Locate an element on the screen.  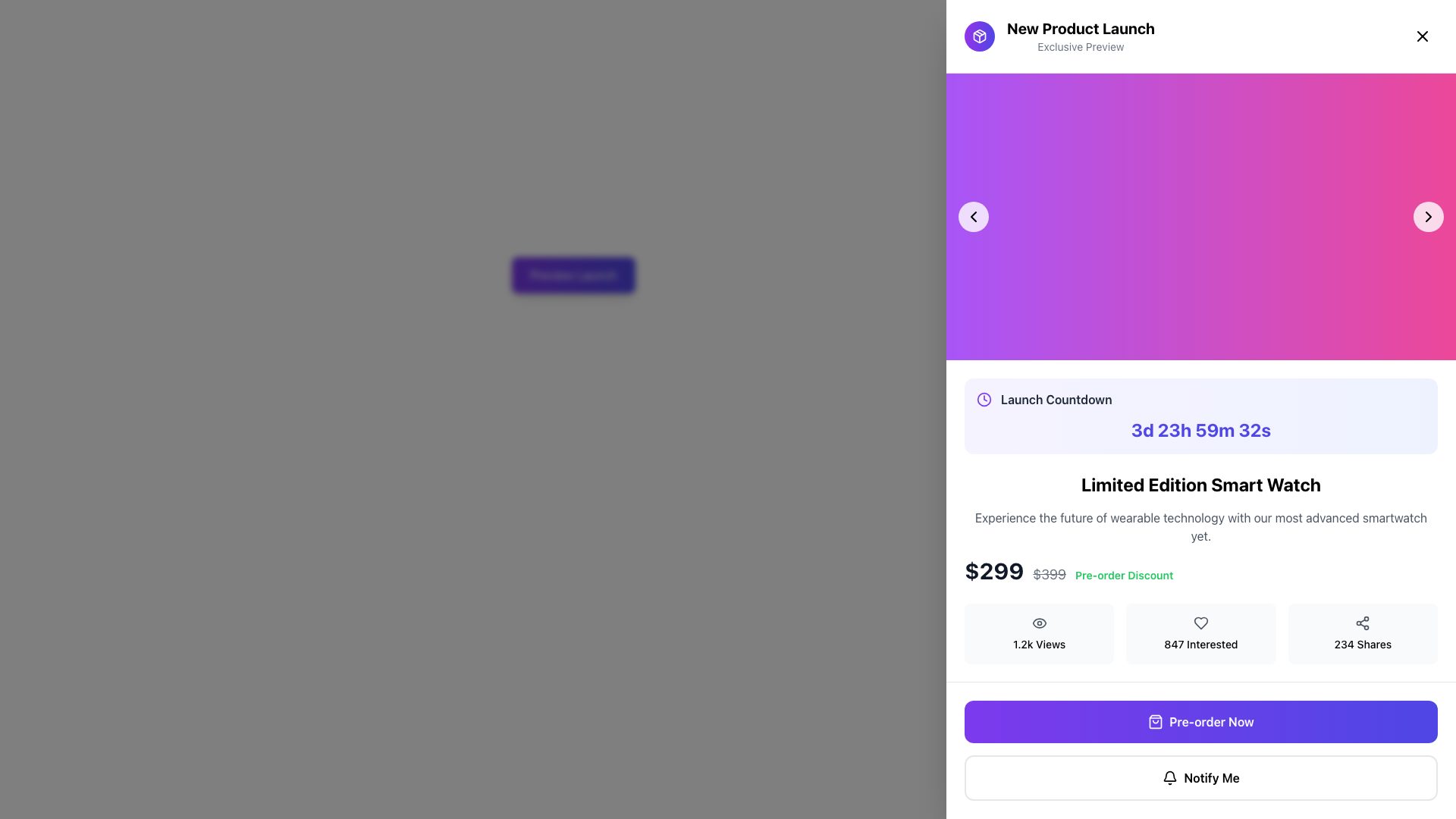
the circular button with a white and slightly transparent background featuring a right-facing chevron arrow is located at coordinates (1427, 216).